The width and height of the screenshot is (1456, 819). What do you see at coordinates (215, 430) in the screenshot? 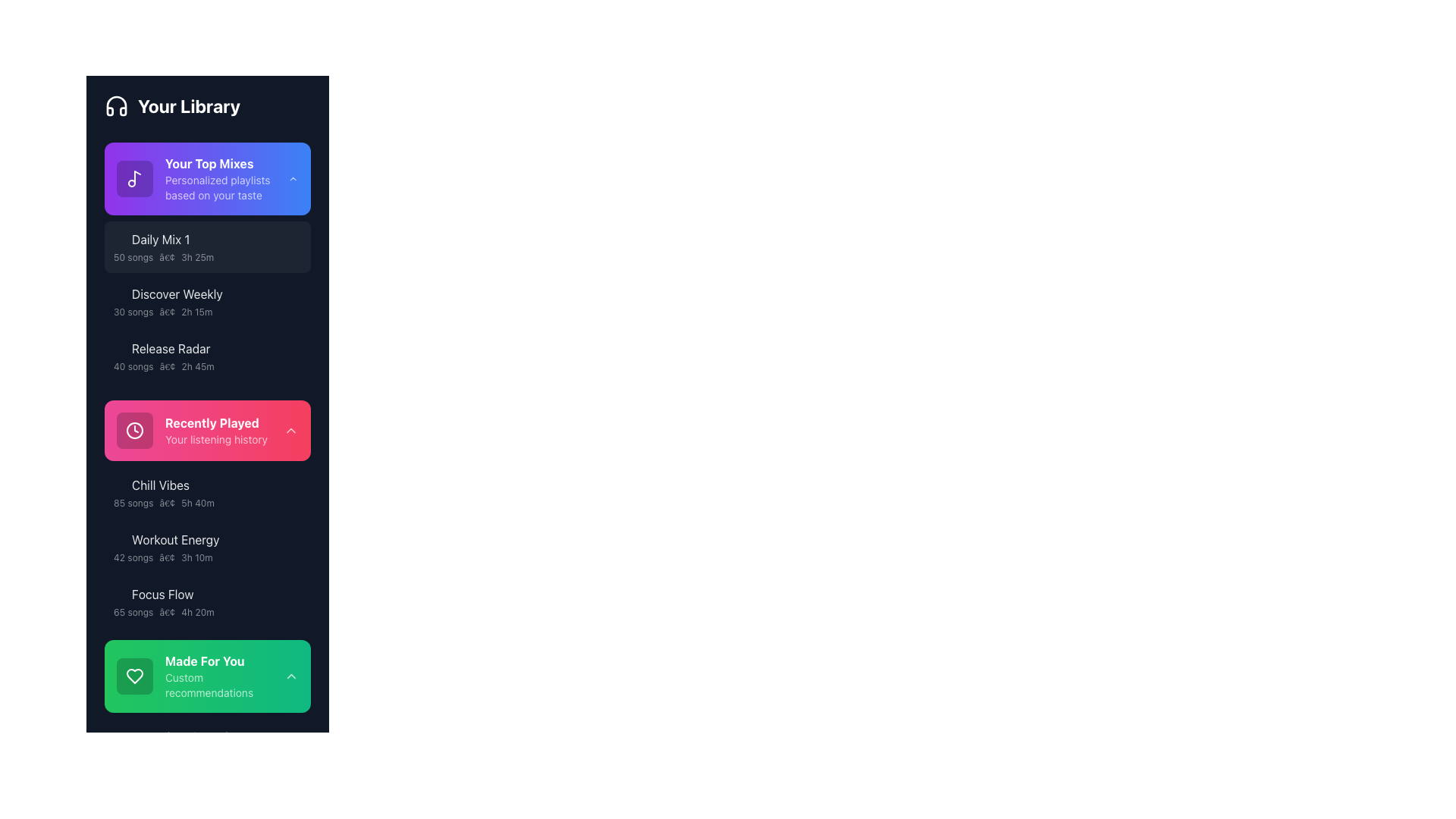
I see `the 'Recently Played' text block, which features bold white text and a gradient background, located below the 'Release Radar' section` at bounding box center [215, 430].